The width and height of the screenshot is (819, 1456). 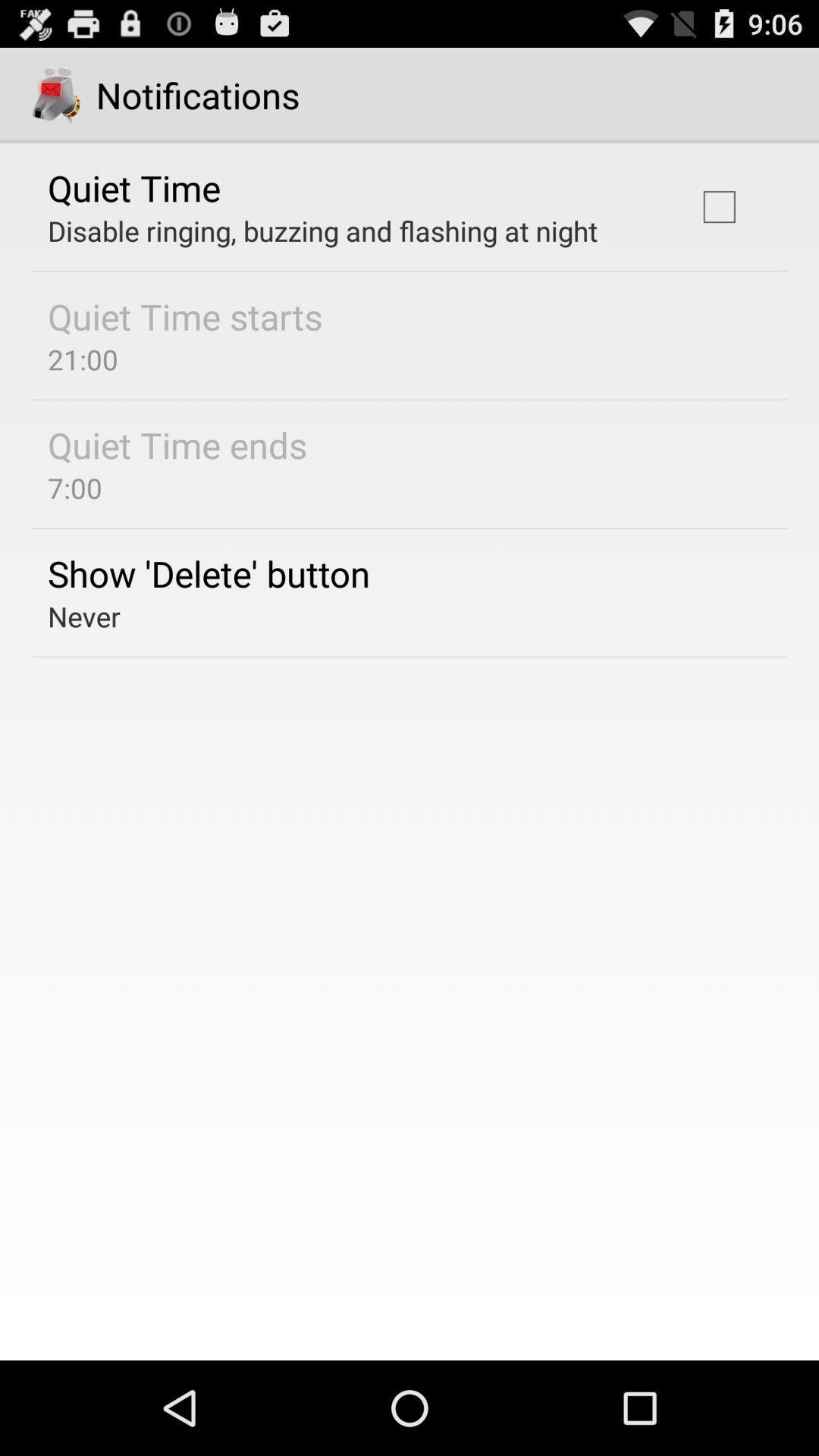 What do you see at coordinates (718, 206) in the screenshot?
I see `the icon to the right of the disable ringing buzzing item` at bounding box center [718, 206].